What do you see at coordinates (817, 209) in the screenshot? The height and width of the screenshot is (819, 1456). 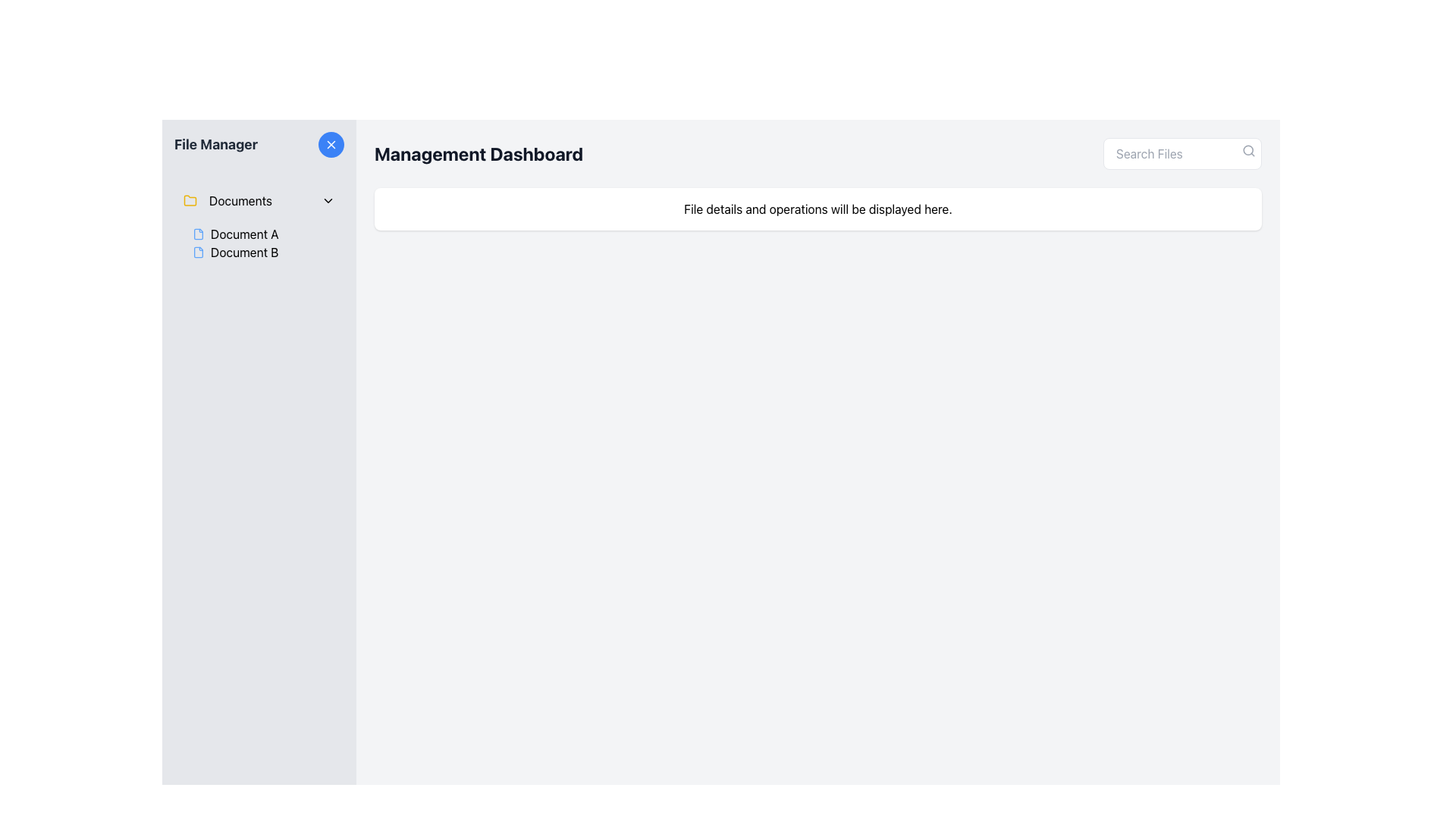 I see `the informational text box located below the 'Management Dashboard' heading, which serves as a placeholder for file details and operational controls` at bounding box center [817, 209].